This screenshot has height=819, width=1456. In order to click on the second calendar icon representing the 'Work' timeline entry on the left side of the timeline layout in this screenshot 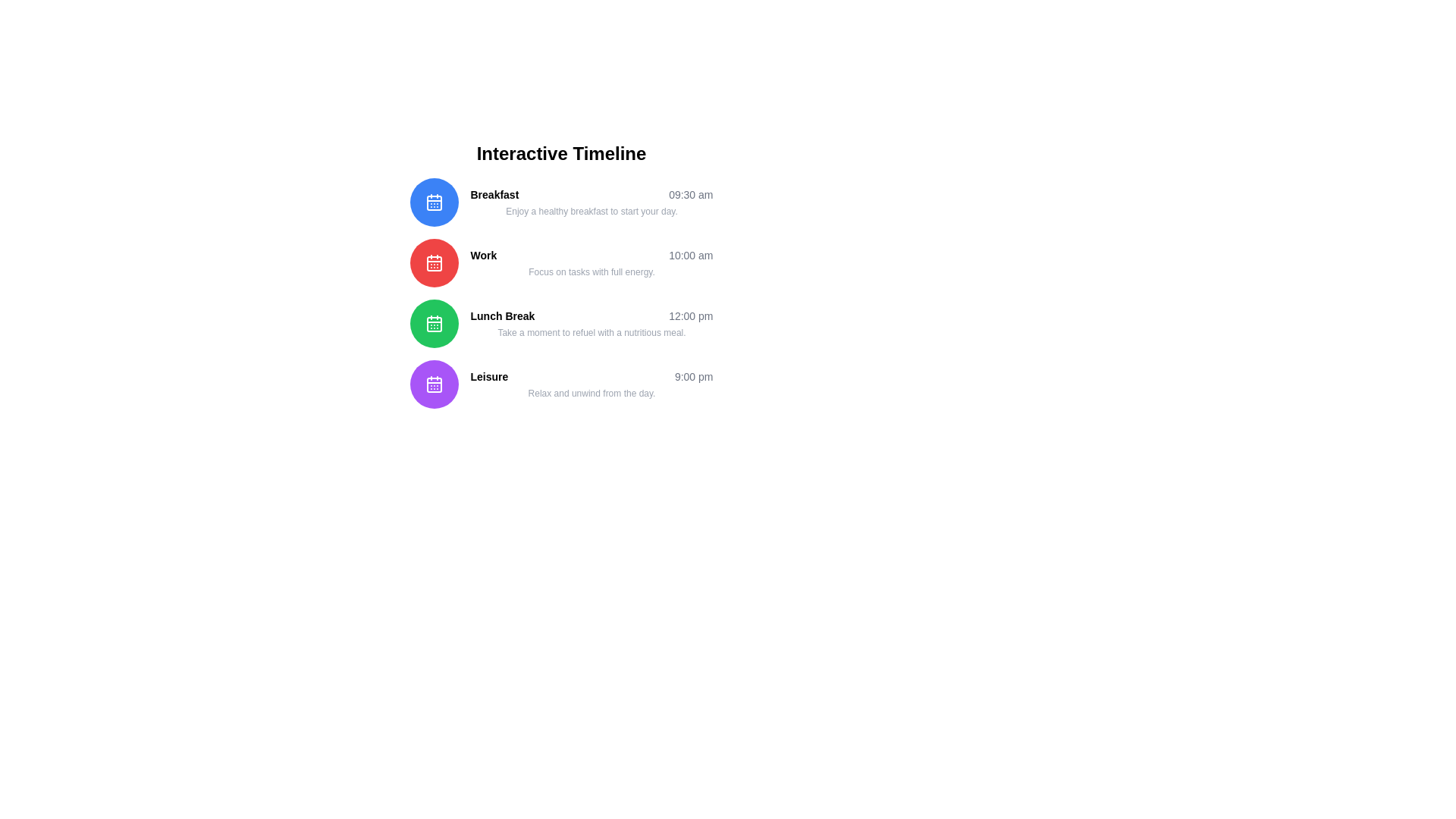, I will do `click(433, 262)`.